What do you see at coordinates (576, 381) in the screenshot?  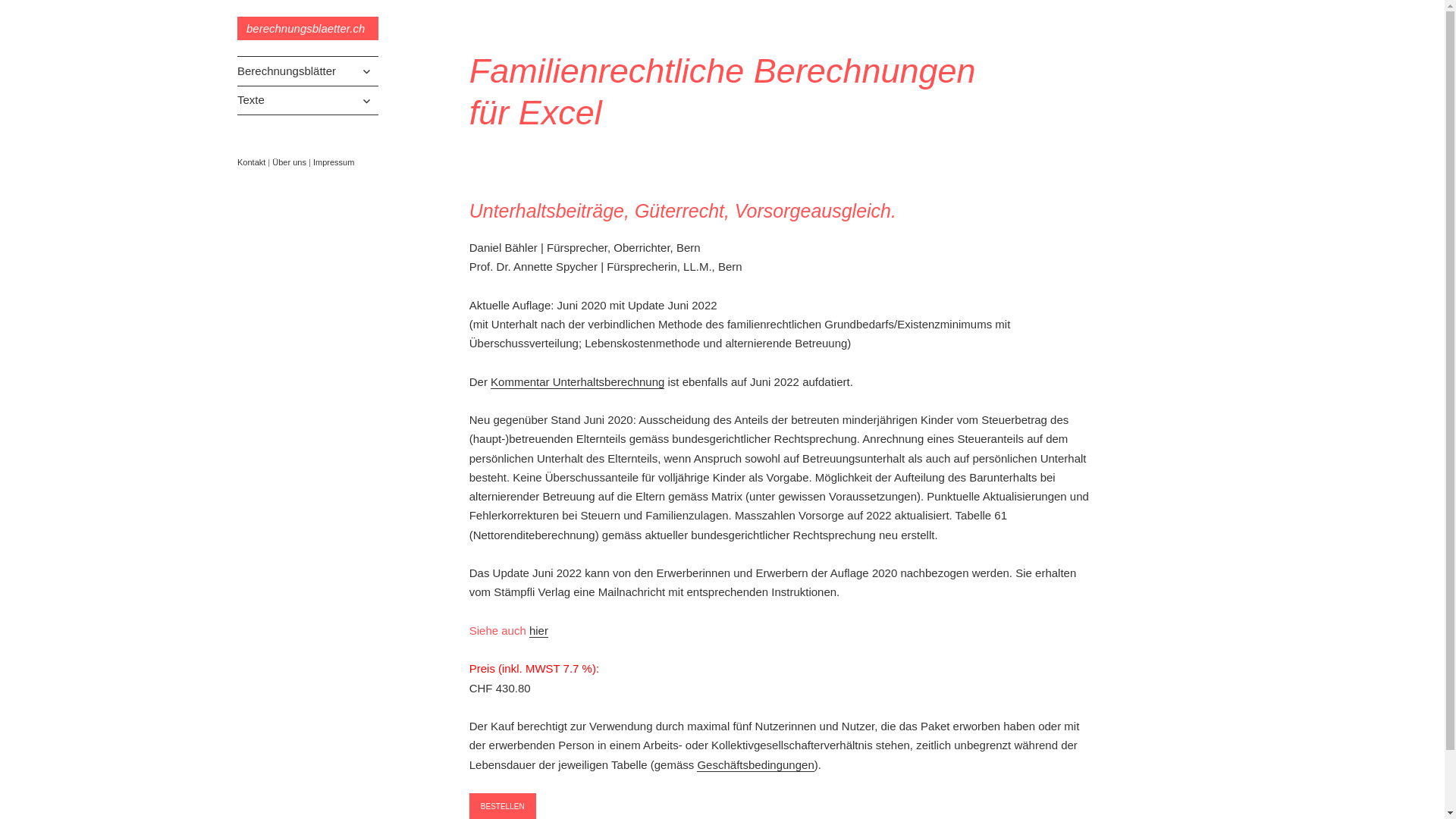 I see `'Kommentar Unterhaltsberechnung'` at bounding box center [576, 381].